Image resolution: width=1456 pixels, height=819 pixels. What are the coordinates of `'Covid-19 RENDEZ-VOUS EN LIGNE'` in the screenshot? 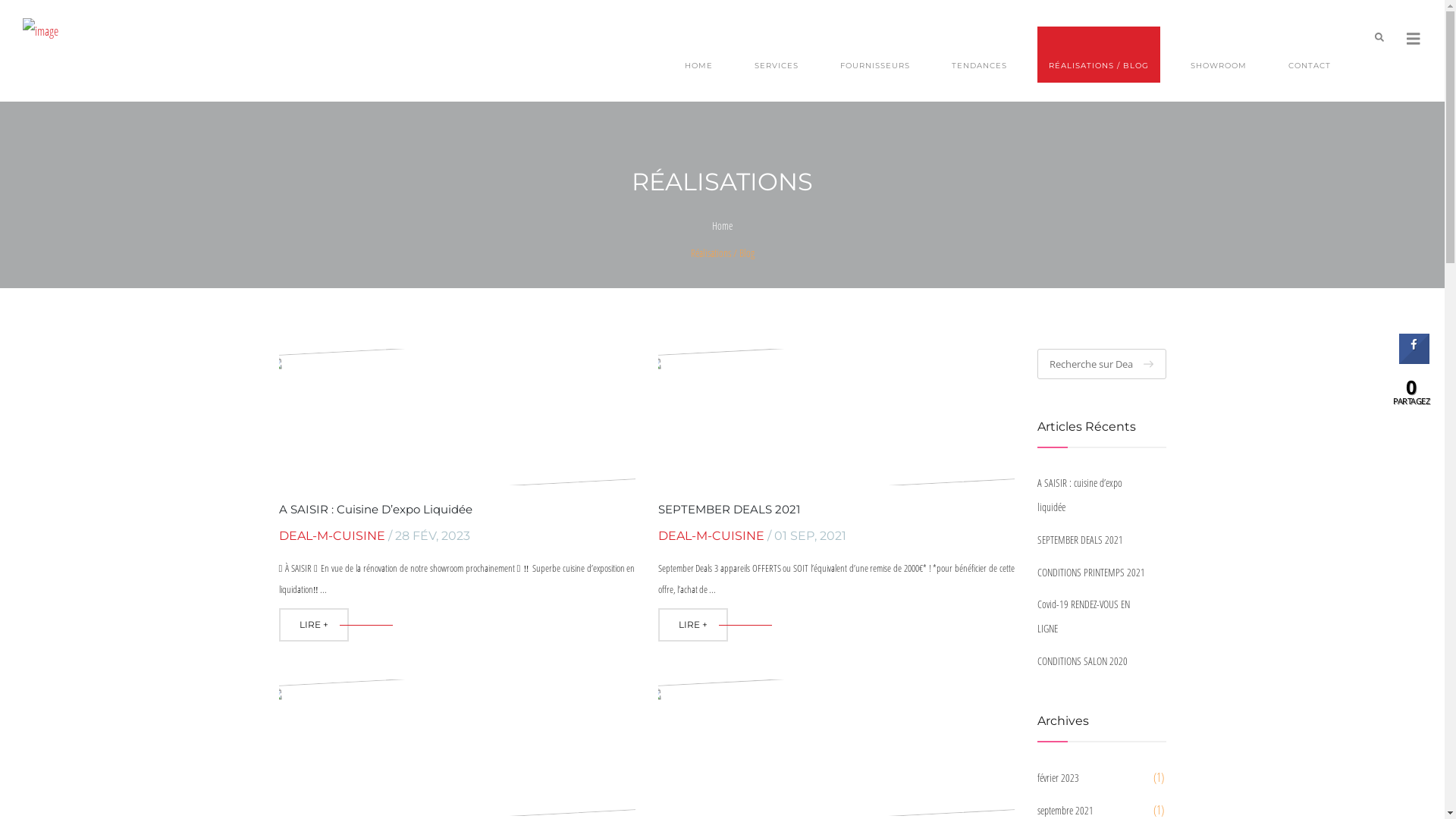 It's located at (1094, 617).